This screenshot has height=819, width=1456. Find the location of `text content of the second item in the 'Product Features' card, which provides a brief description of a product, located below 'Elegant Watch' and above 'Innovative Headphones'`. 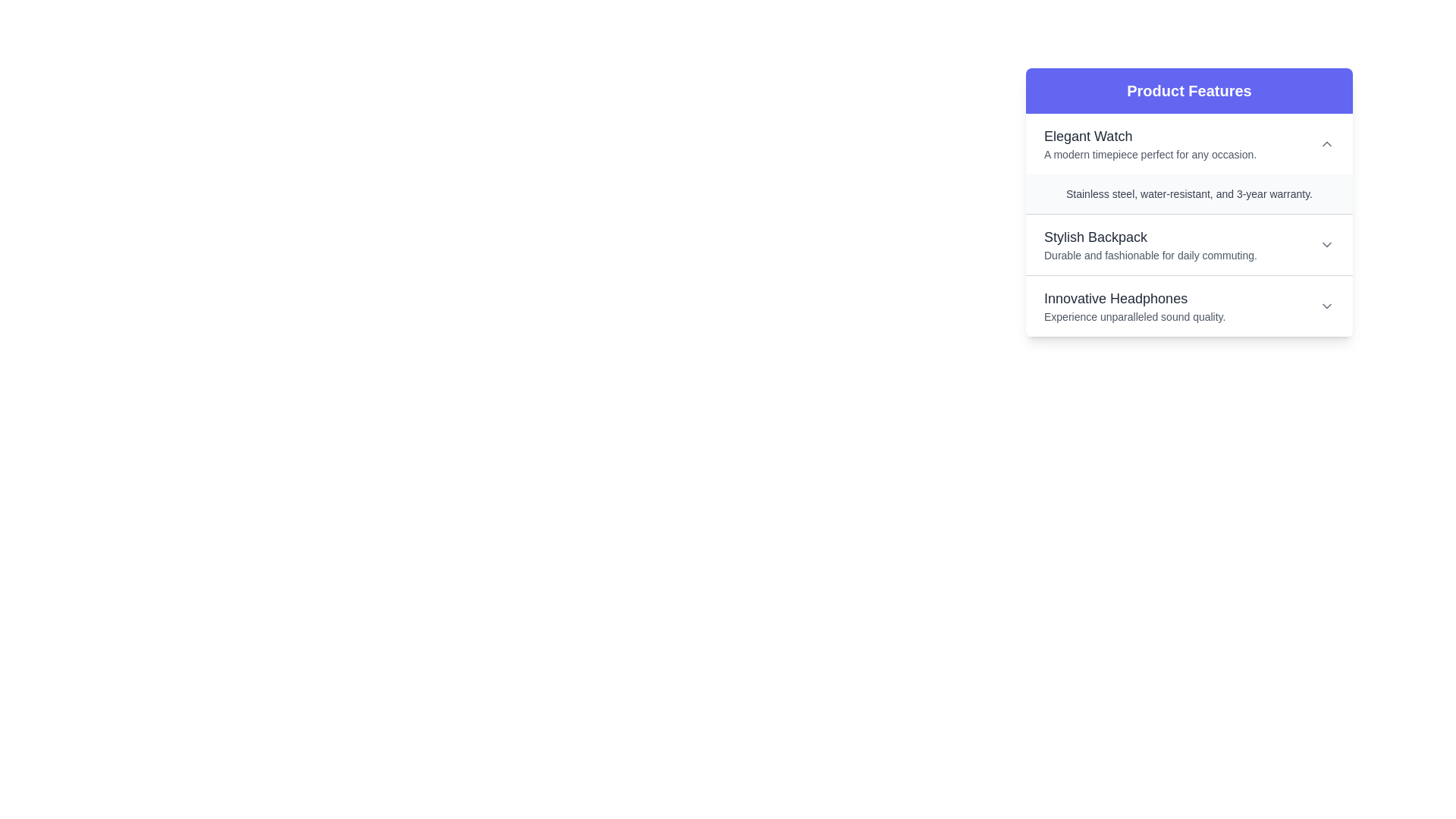

text content of the second item in the 'Product Features' card, which provides a brief description of a product, located below 'Elegant Watch' and above 'Innovative Headphones' is located at coordinates (1150, 244).